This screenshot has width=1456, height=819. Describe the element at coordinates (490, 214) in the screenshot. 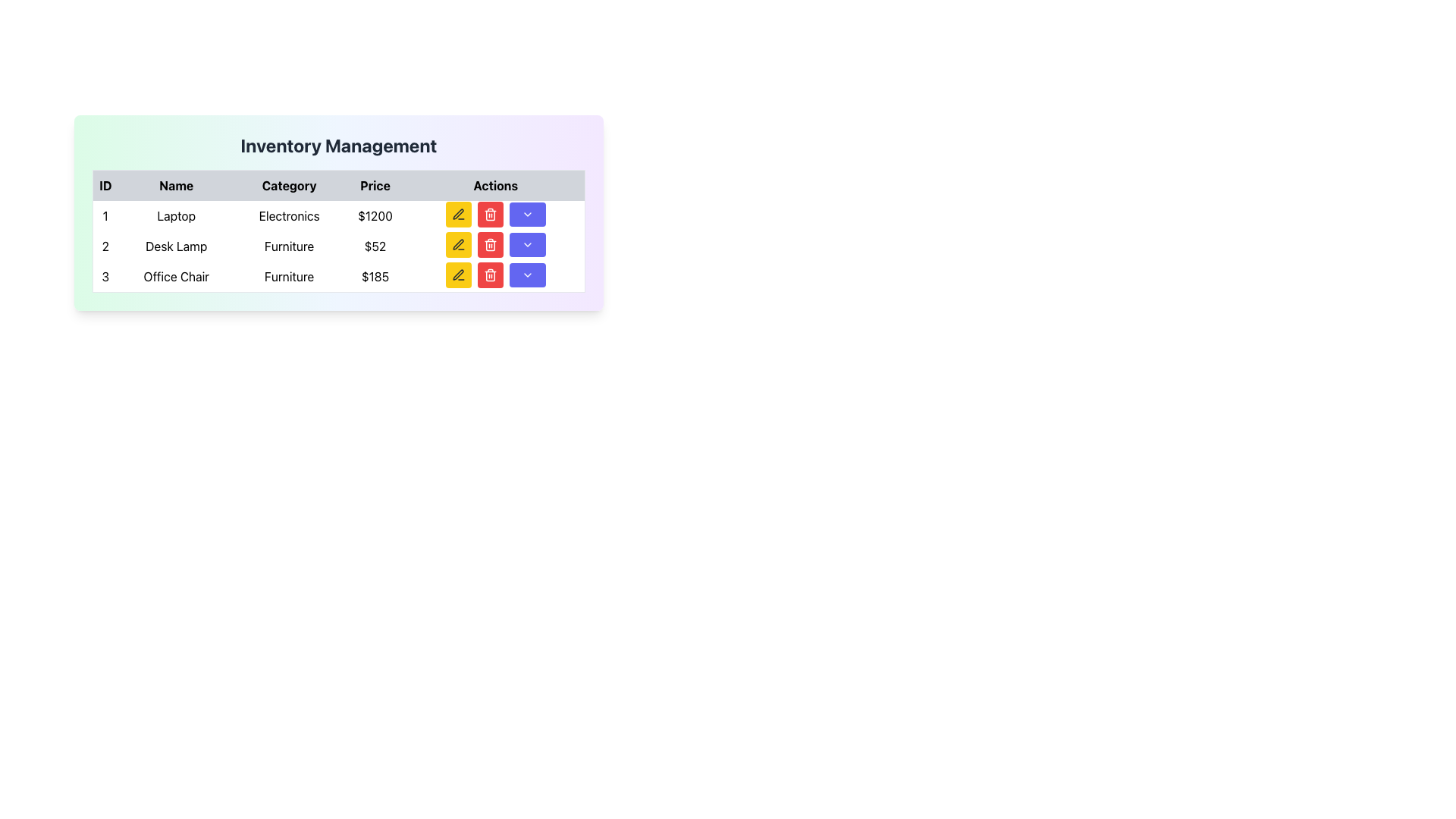

I see `the trash can icon button with a red square background located in the Actions column of the table` at that location.